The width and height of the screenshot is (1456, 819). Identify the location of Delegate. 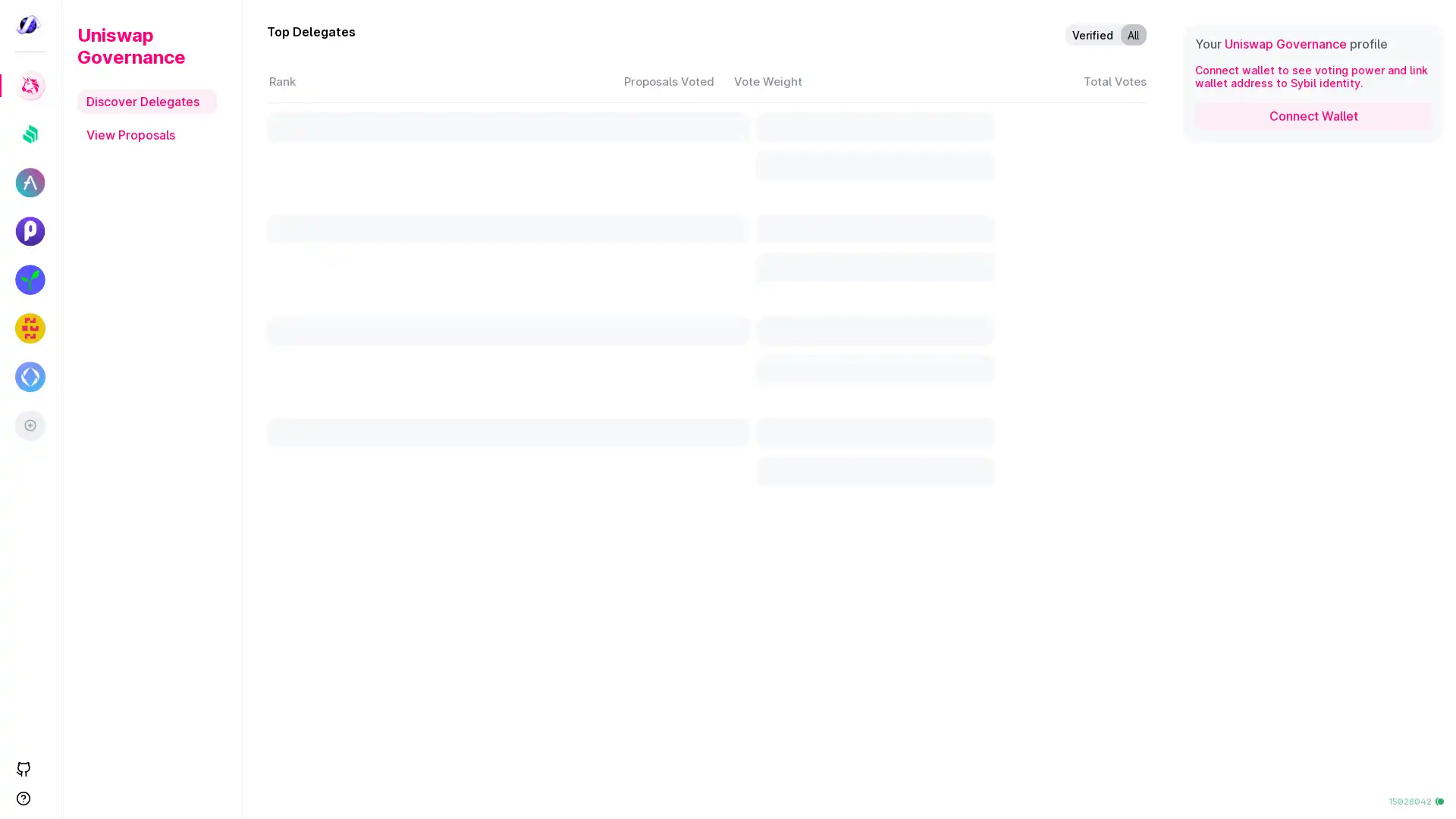
(1006, 627).